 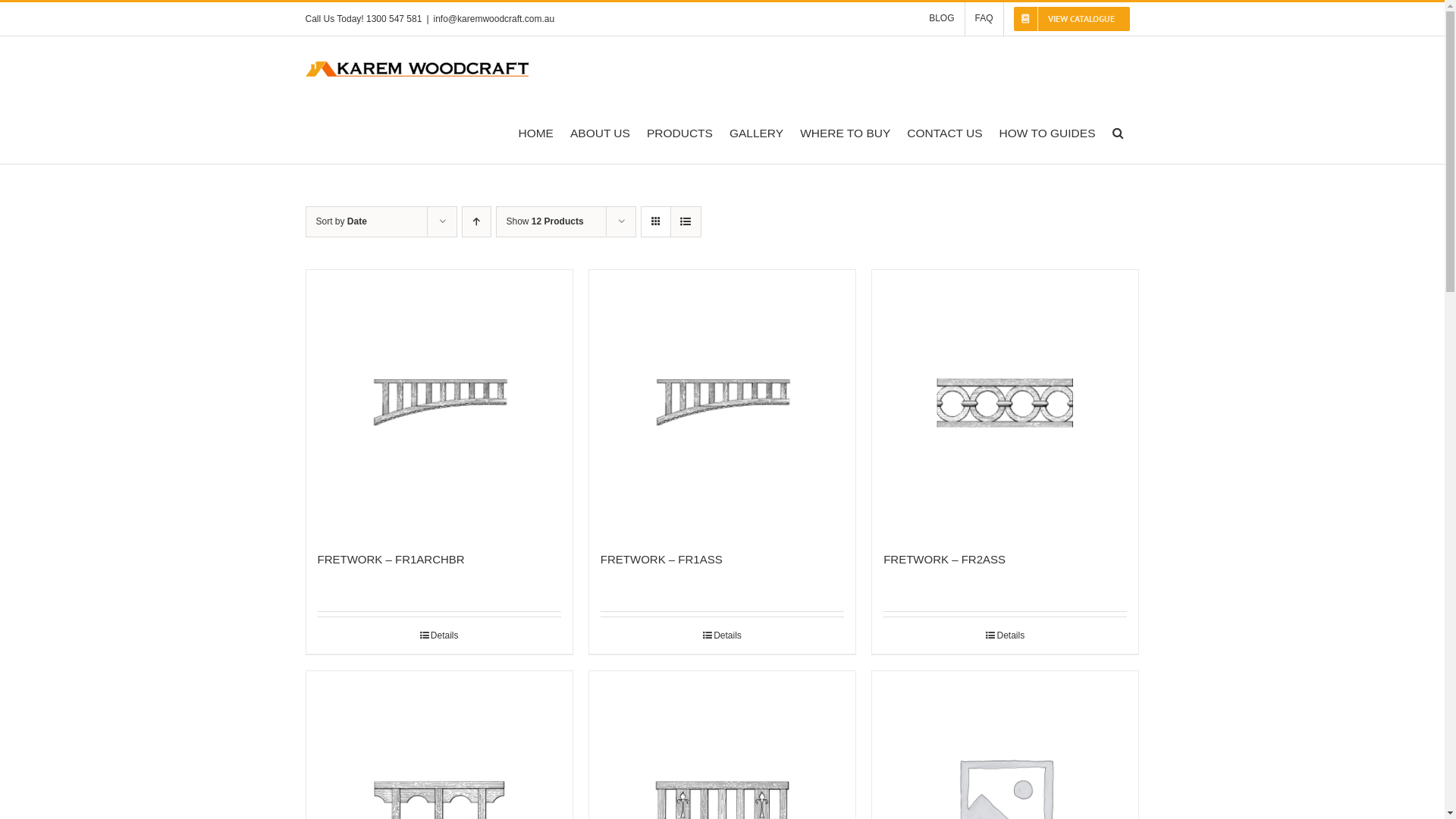 What do you see at coordinates (1071, 18) in the screenshot?
I see `'VIEW CATALOGUE'` at bounding box center [1071, 18].